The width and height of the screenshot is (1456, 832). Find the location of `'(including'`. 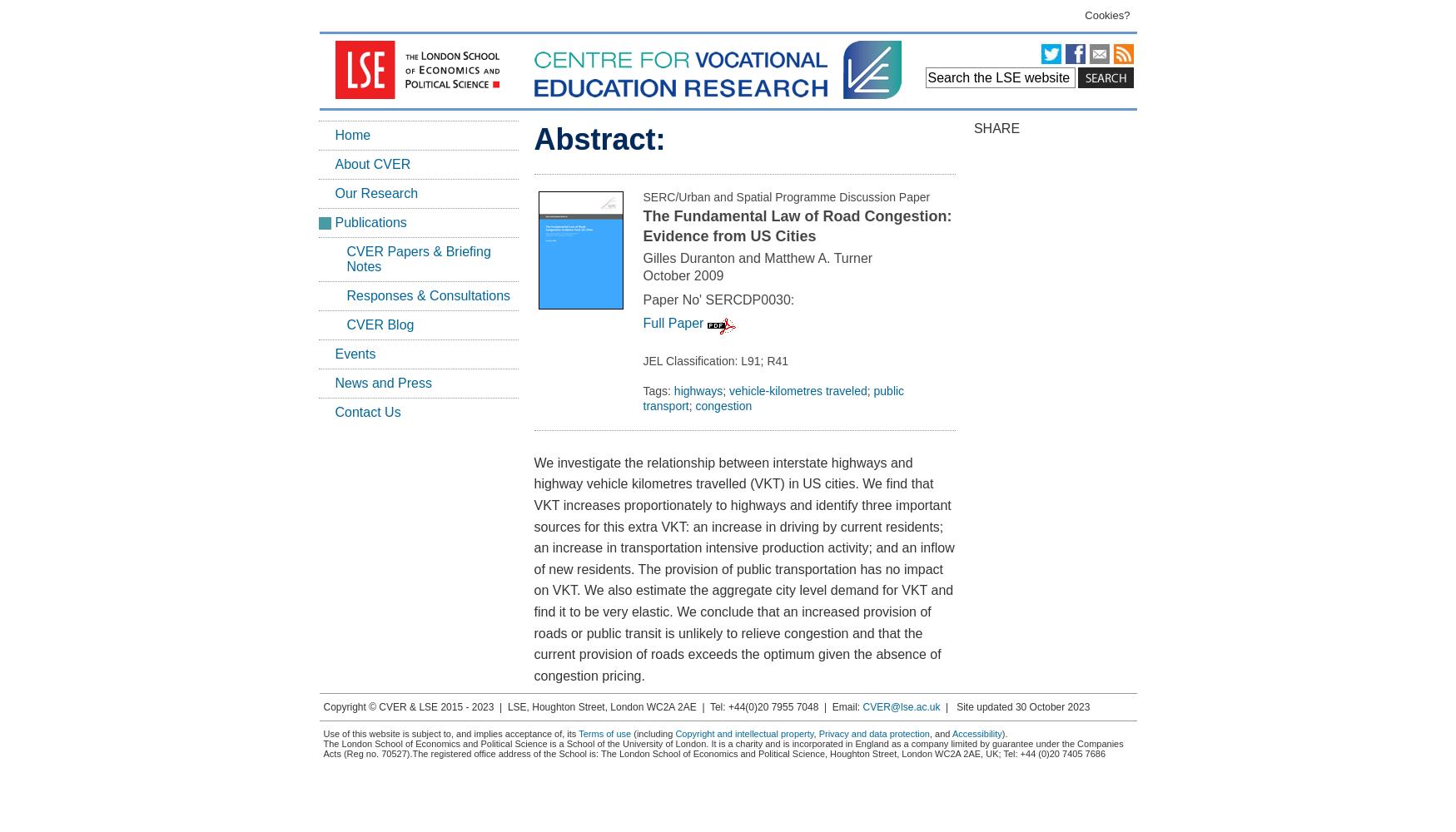

'(including' is located at coordinates (653, 734).